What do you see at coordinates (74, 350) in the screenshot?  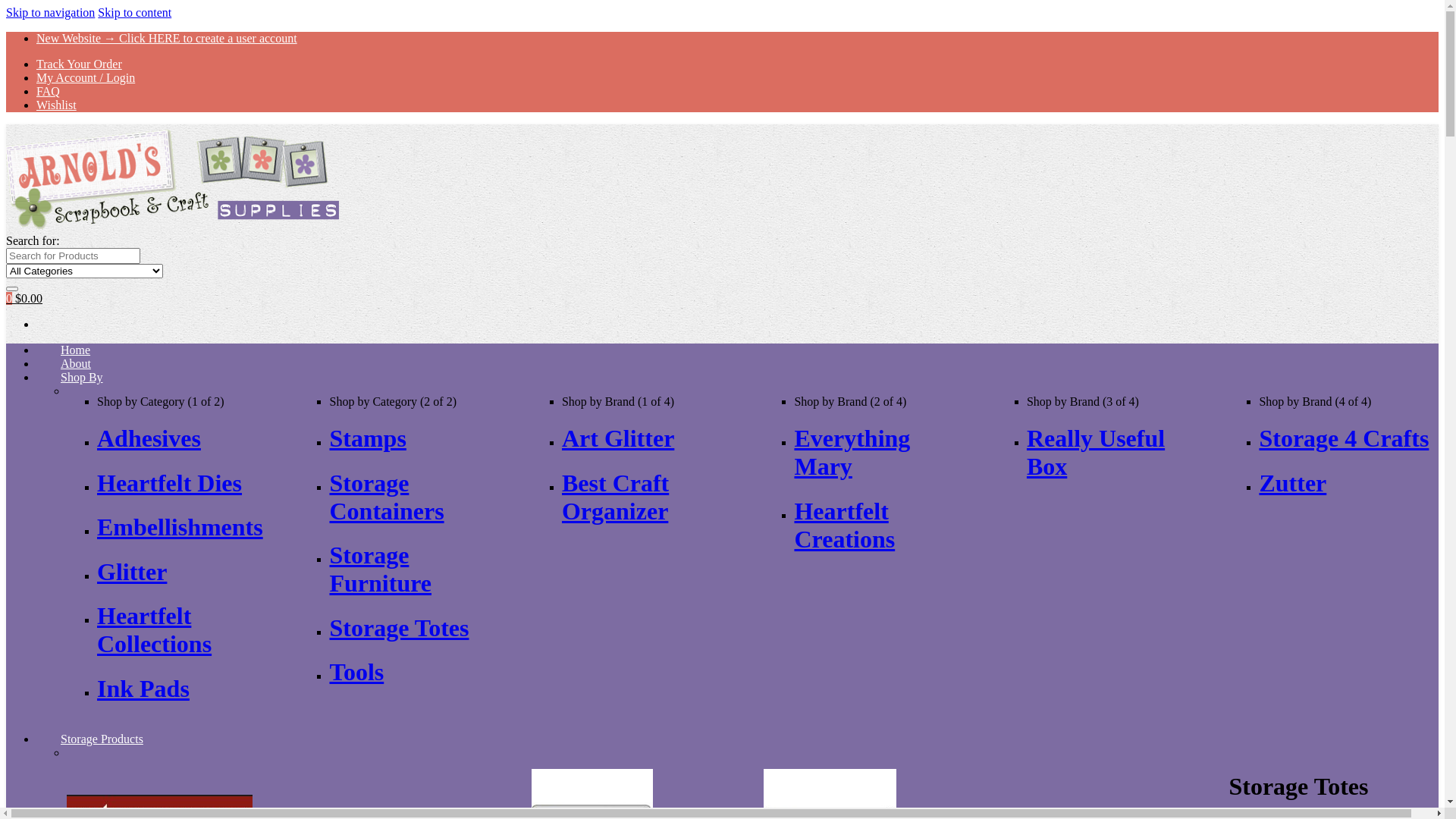 I see `'Home'` at bounding box center [74, 350].